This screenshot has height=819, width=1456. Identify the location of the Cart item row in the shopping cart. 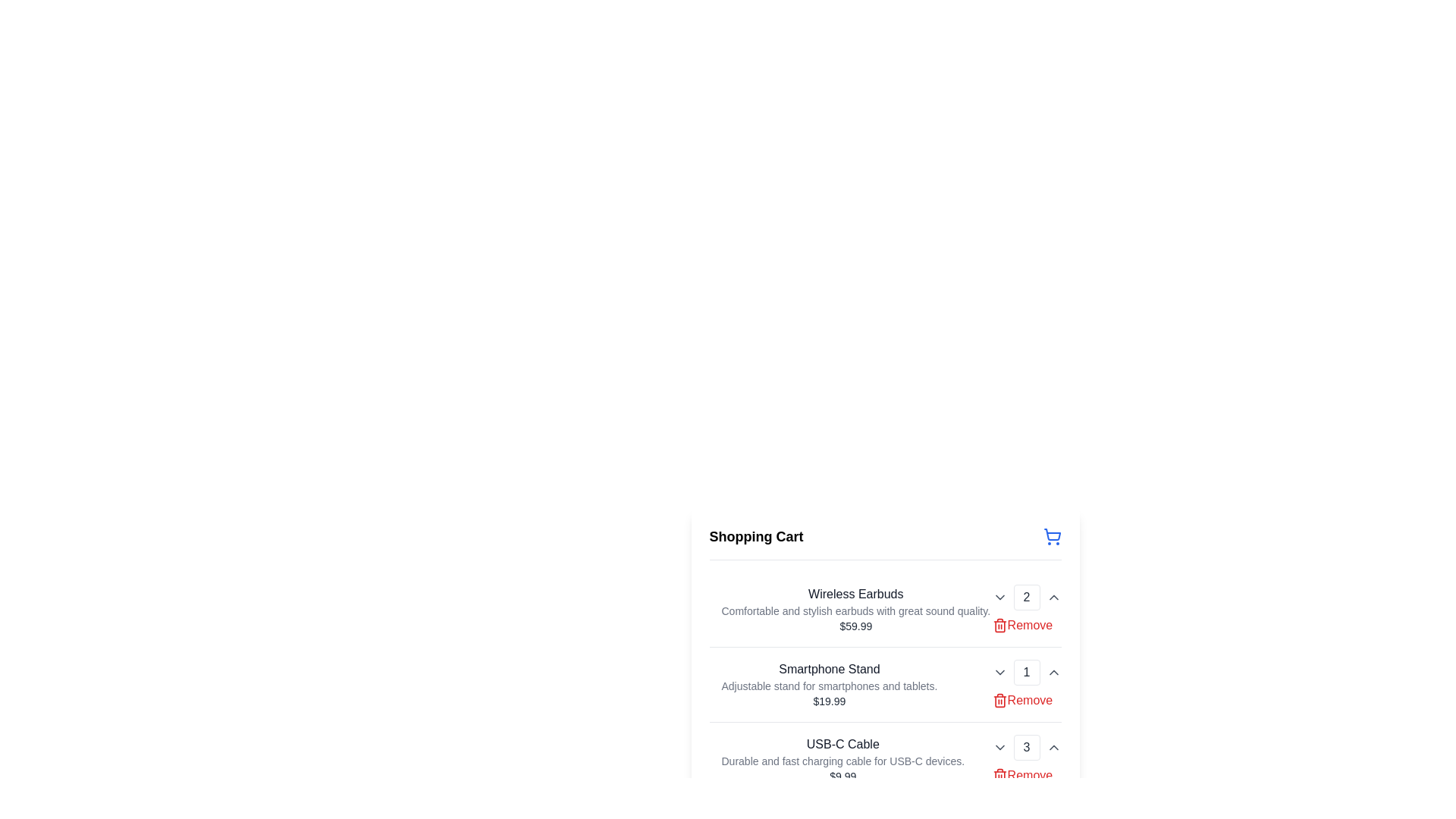
(885, 684).